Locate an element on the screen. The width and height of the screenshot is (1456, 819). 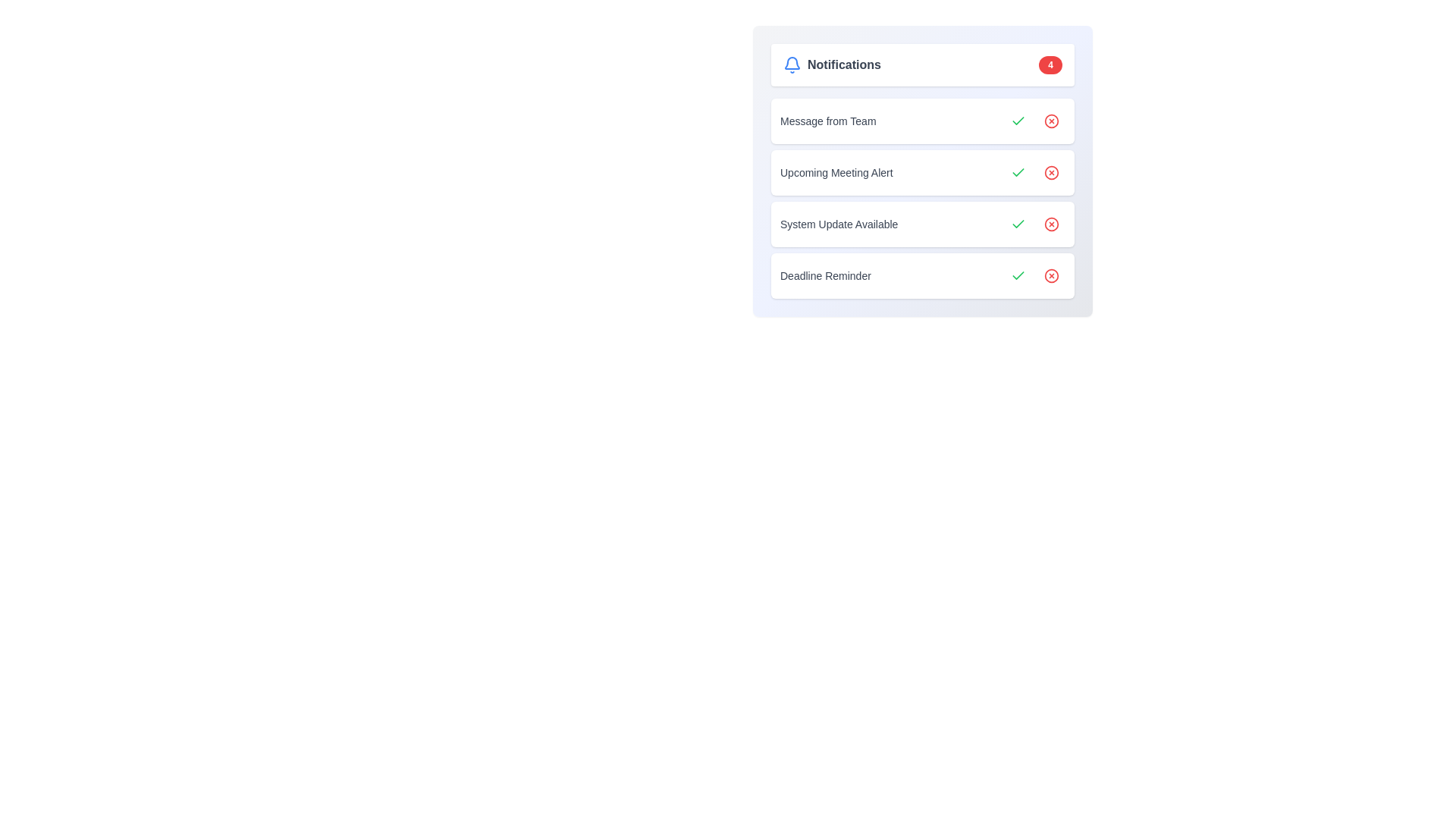
the button with an icon that marks an item as completed or approved, located between 'Upcoming Meeting Alert' and a red circular button in the second row of the notification list is located at coordinates (1018, 171).